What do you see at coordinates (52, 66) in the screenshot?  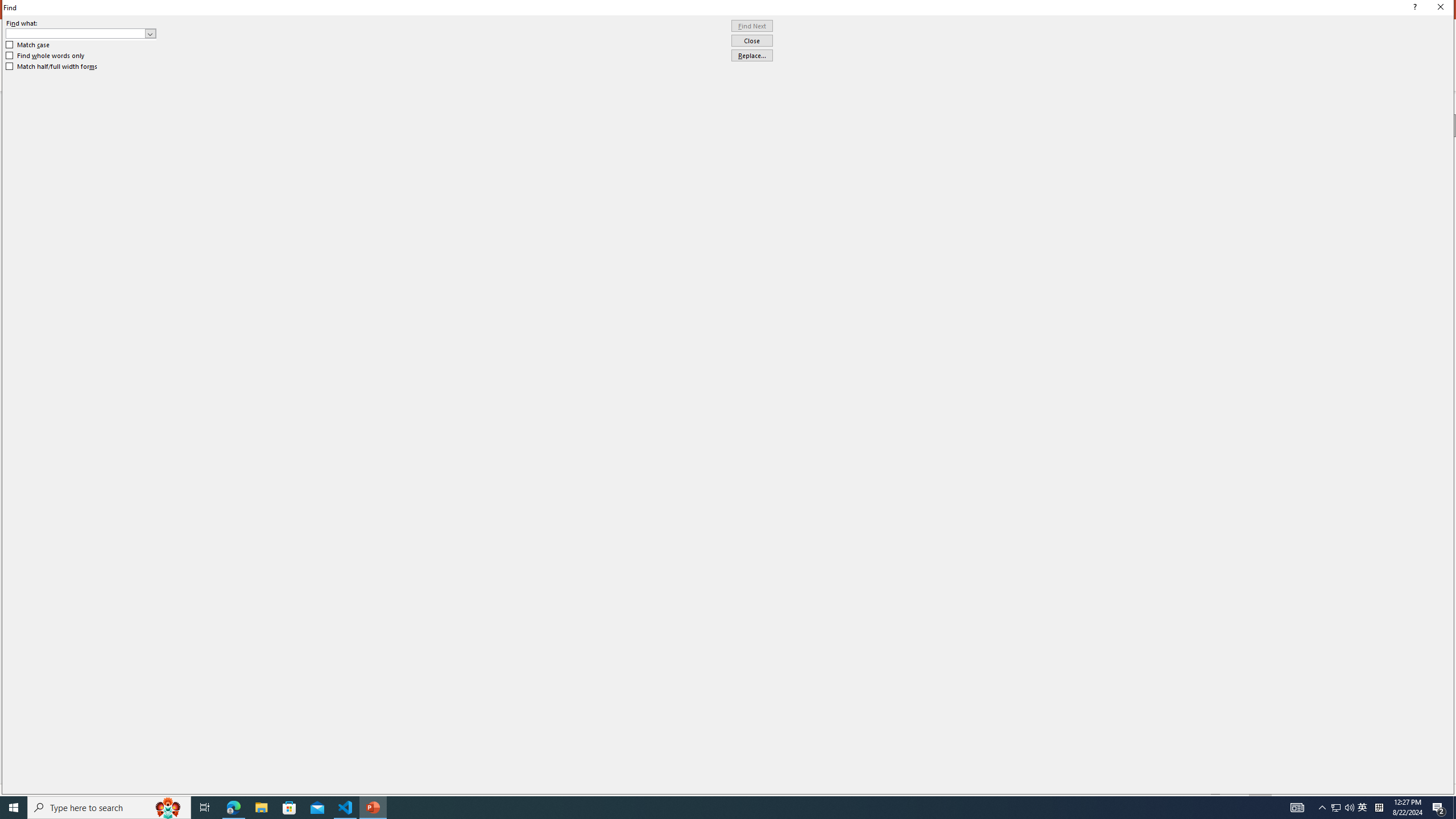 I see `'Match half/full width forms'` at bounding box center [52, 66].